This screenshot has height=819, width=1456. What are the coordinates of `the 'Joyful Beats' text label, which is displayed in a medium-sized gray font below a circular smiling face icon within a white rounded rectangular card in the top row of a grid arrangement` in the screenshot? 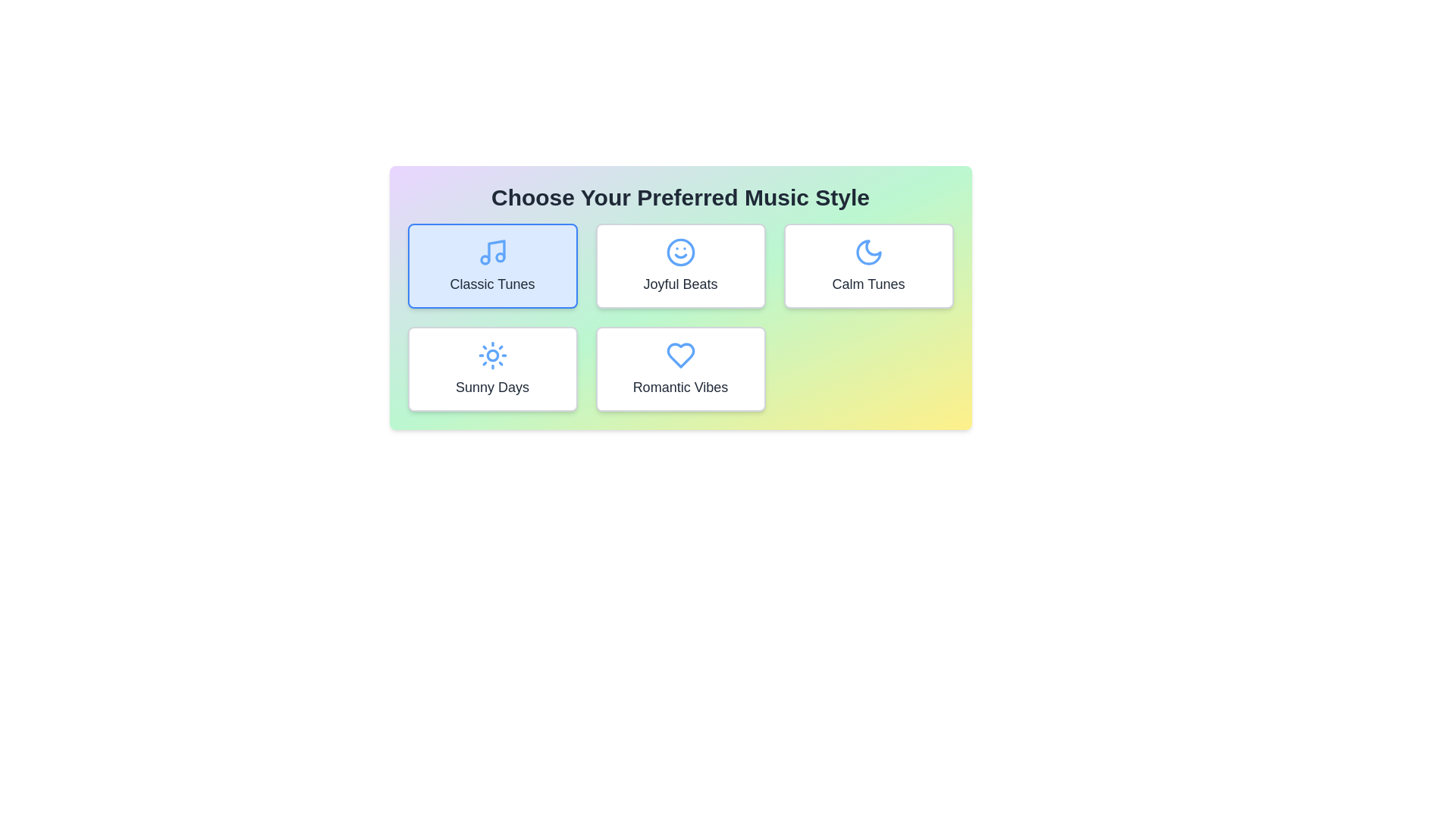 It's located at (679, 284).